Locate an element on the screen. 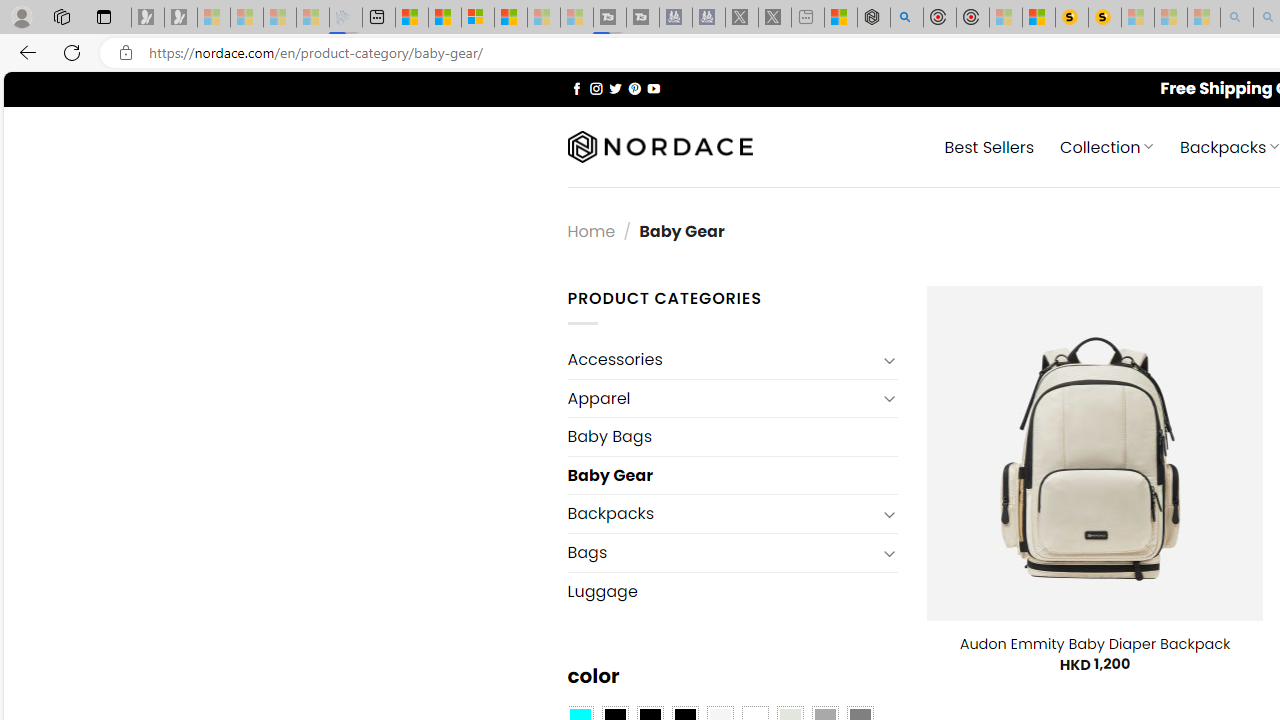 Image resolution: width=1280 pixels, height=720 pixels. 'Apparel' is located at coordinates (720, 398).